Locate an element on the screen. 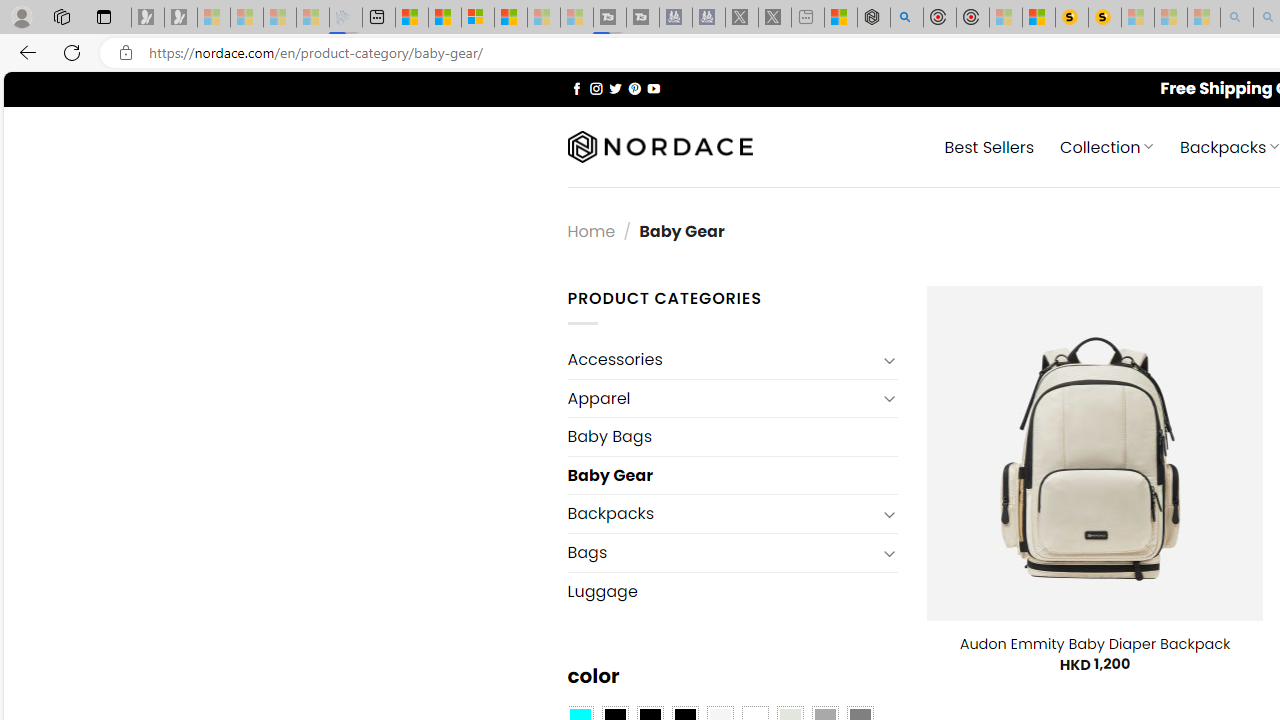 Image resolution: width=1280 pixels, height=720 pixels. 'Apparel' is located at coordinates (720, 398).